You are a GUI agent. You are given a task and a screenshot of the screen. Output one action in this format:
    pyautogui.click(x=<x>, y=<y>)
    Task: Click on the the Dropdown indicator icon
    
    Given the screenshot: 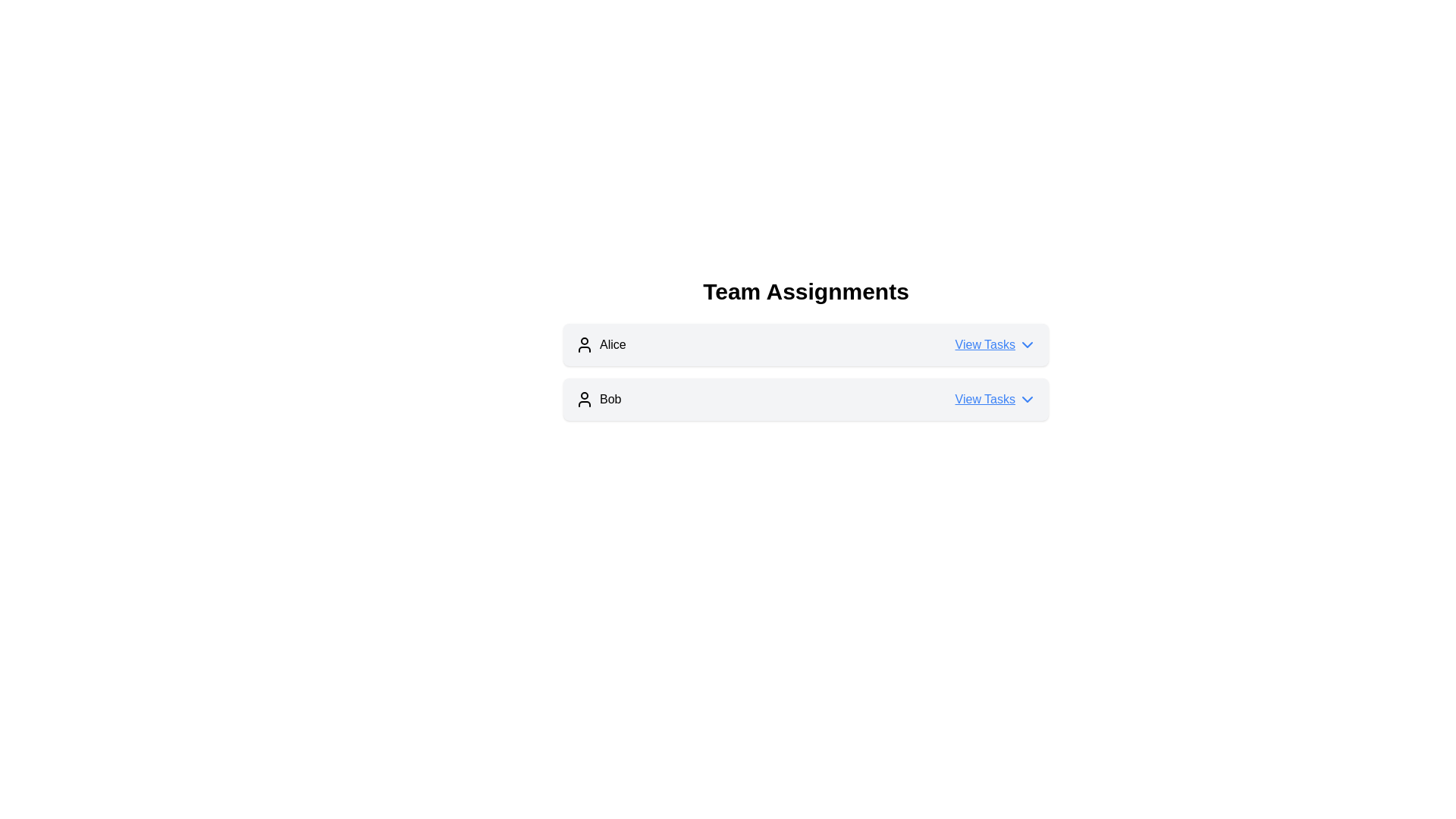 What is the action you would take?
    pyautogui.click(x=1027, y=345)
    